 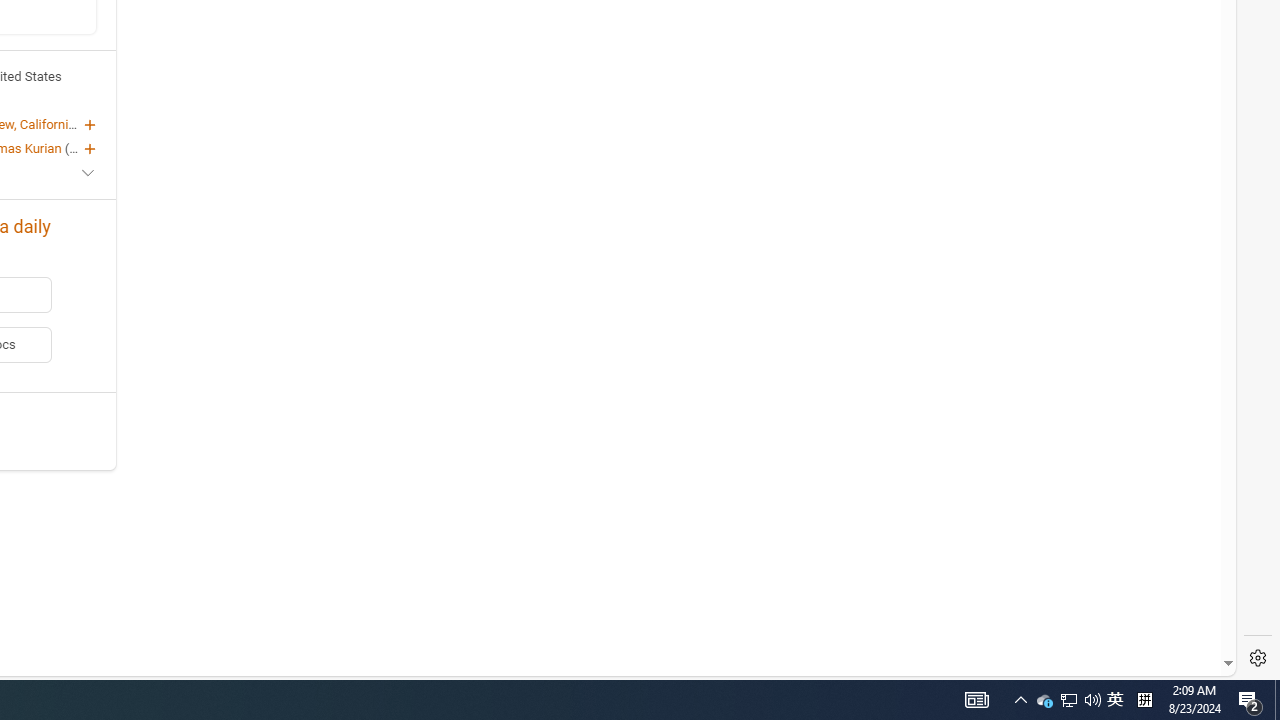 What do you see at coordinates (80, 146) in the screenshot?
I see `'CEO'` at bounding box center [80, 146].